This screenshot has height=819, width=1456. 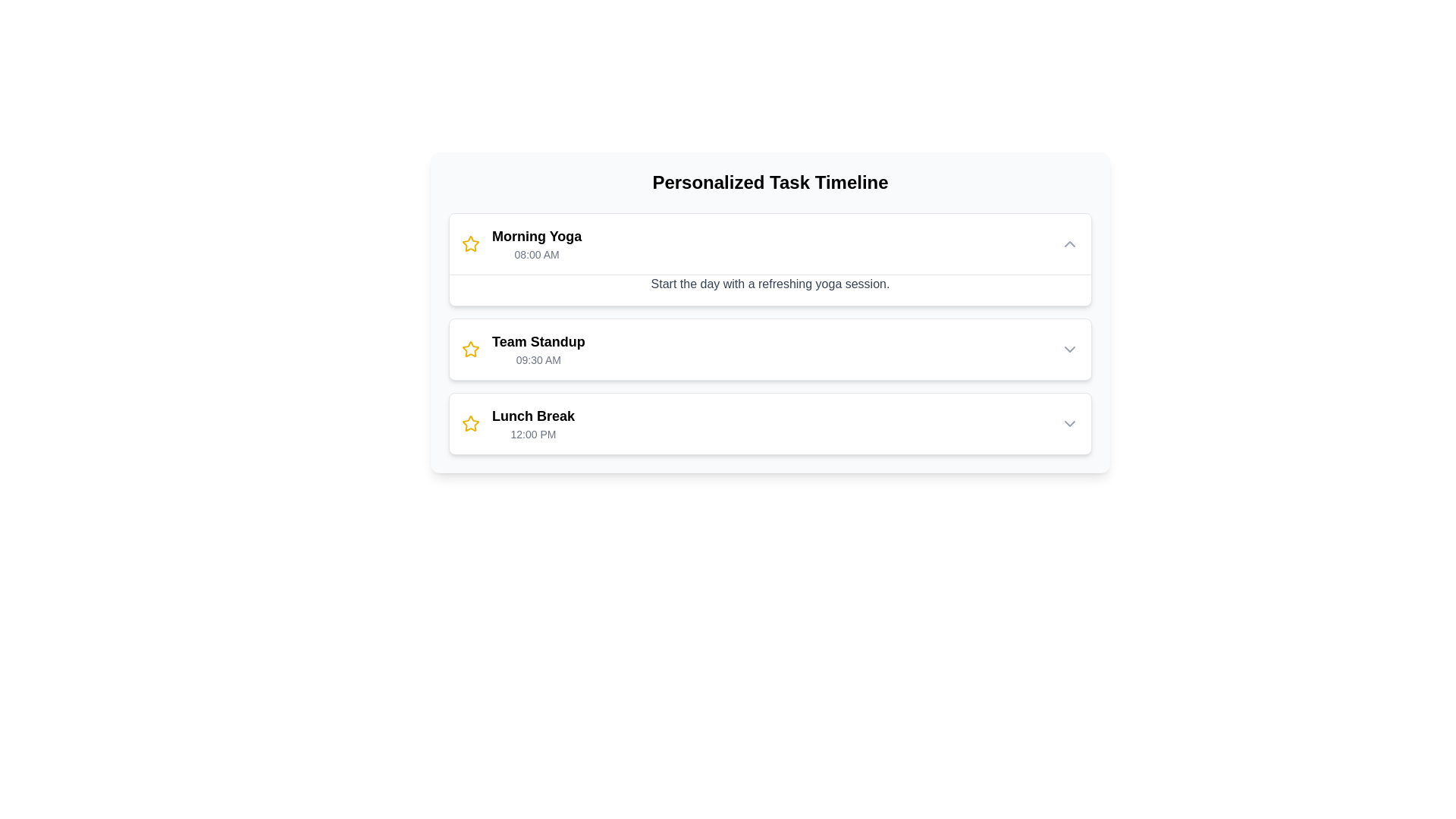 What do you see at coordinates (518, 424) in the screenshot?
I see `the 'Lunch Break' text in the grouped UI component consisting of a yellow outlined star icon and two text fields` at bounding box center [518, 424].